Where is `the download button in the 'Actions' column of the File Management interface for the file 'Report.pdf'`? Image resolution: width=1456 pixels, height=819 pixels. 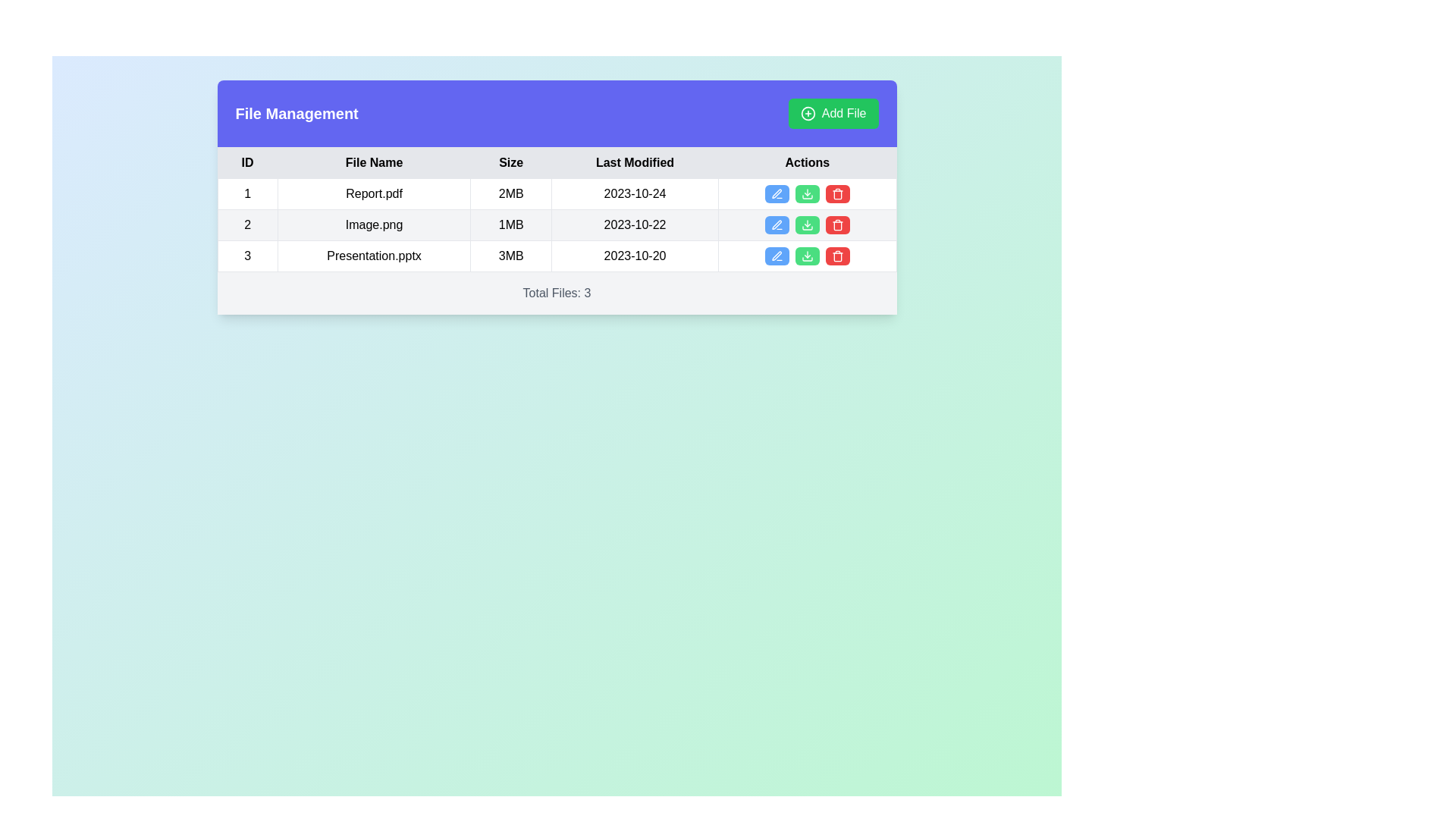
the download button in the 'Actions' column of the File Management interface for the file 'Report.pdf' is located at coordinates (806, 193).